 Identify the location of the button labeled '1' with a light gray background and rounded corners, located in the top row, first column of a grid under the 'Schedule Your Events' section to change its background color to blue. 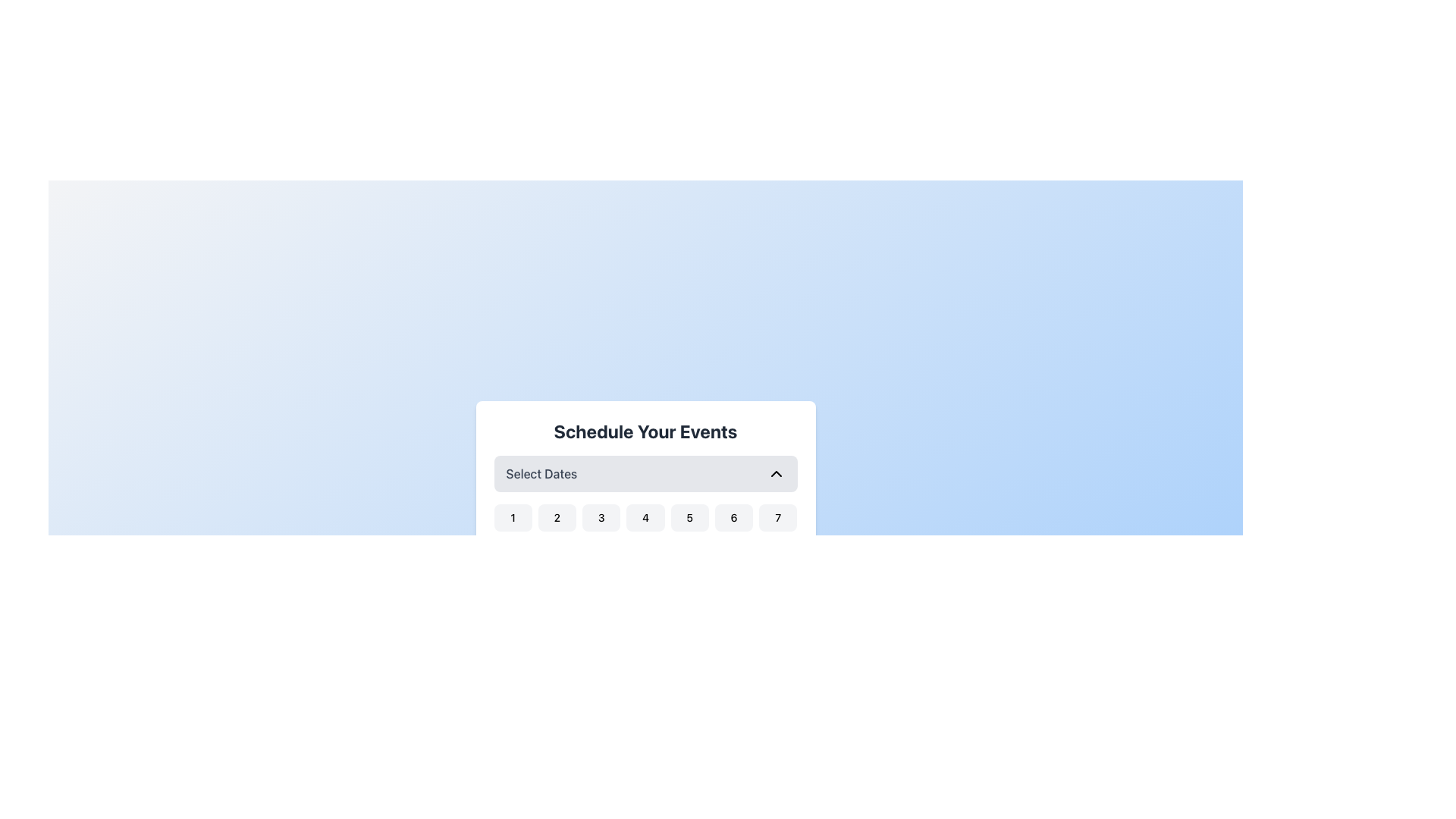
(513, 517).